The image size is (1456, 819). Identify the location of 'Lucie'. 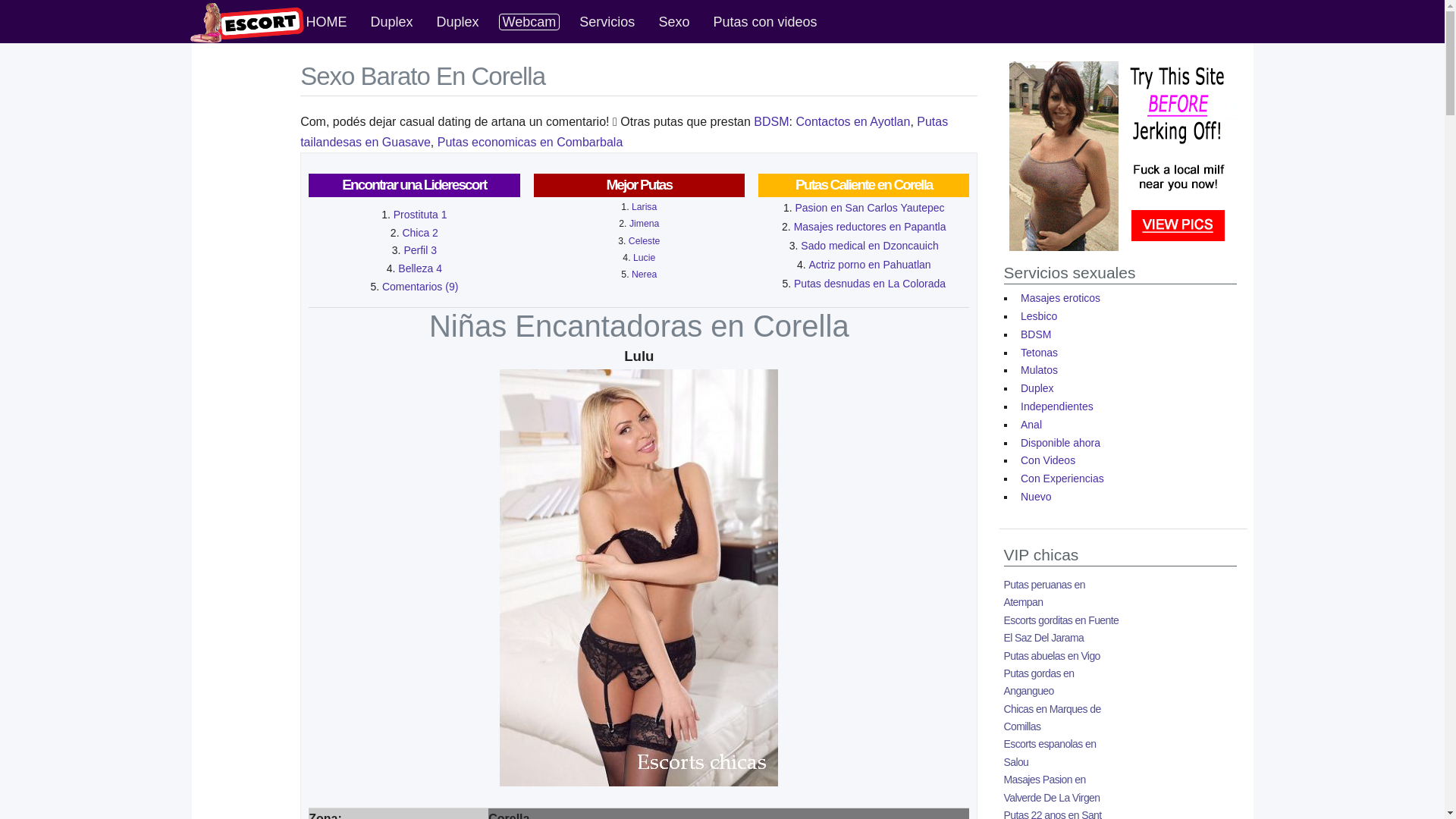
(644, 256).